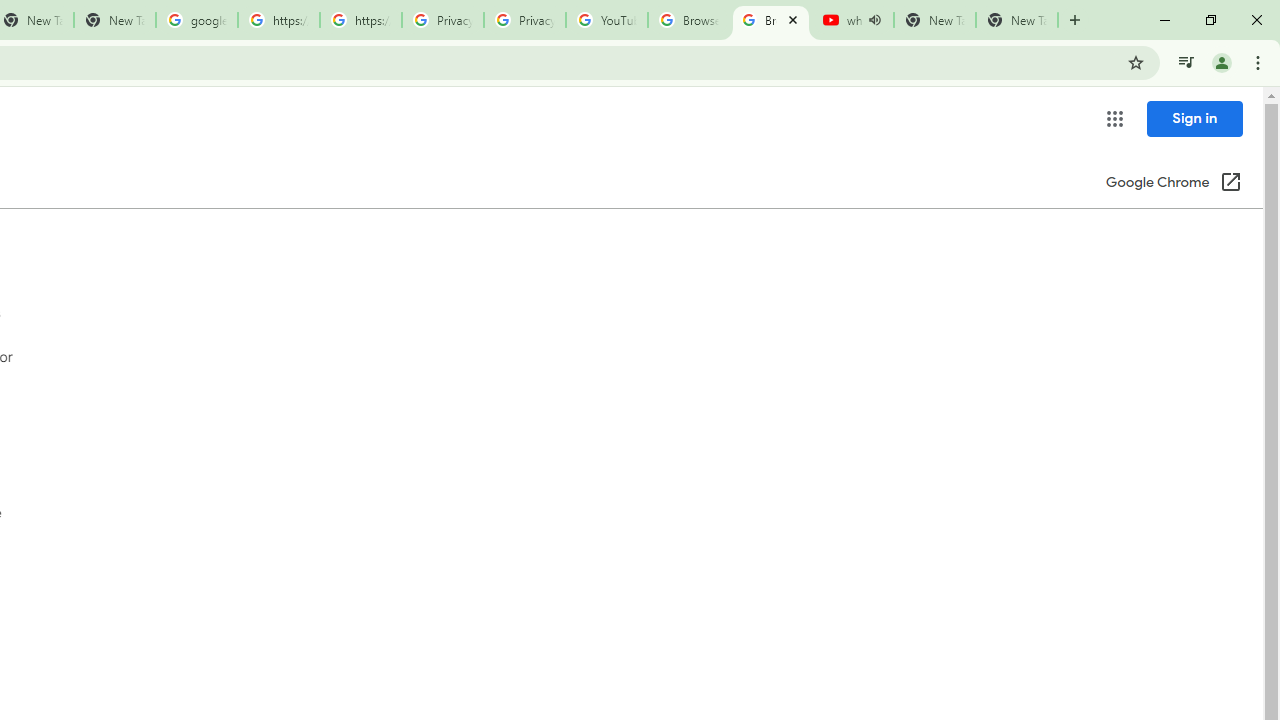 This screenshot has height=720, width=1280. Describe the element at coordinates (605, 20) in the screenshot. I see `'YouTube'` at that location.